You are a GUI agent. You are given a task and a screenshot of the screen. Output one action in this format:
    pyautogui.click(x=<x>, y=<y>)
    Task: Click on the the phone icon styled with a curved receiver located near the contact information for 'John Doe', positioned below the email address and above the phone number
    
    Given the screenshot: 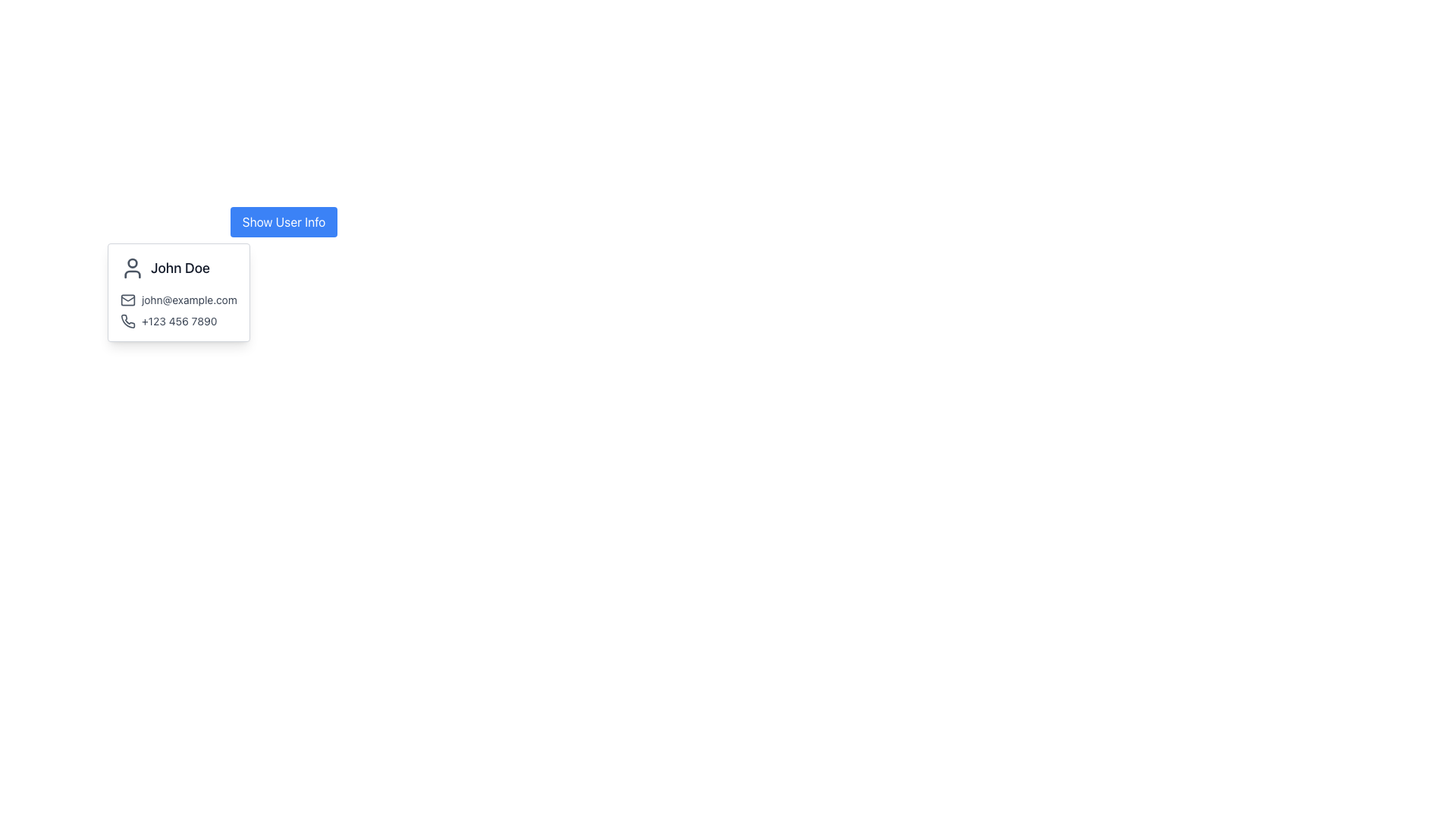 What is the action you would take?
    pyautogui.click(x=127, y=321)
    